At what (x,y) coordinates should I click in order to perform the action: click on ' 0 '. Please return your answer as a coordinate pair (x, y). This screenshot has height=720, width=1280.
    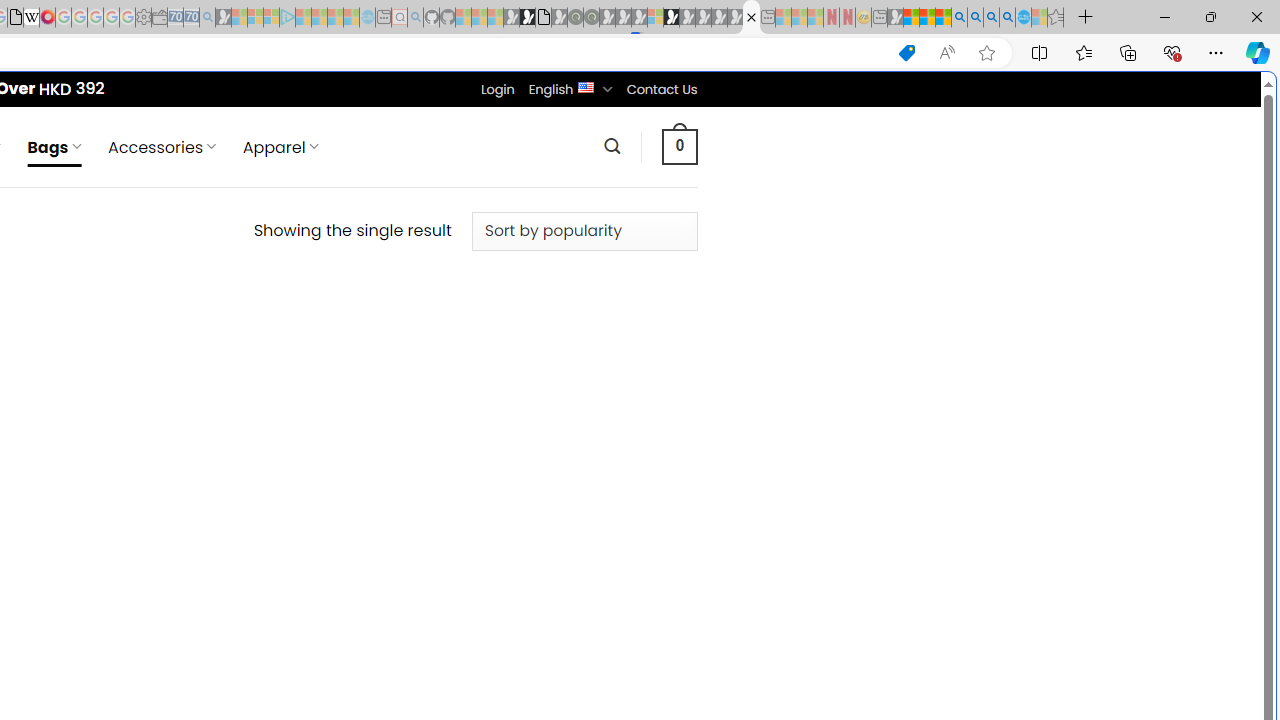
    Looking at the image, I should click on (679, 145).